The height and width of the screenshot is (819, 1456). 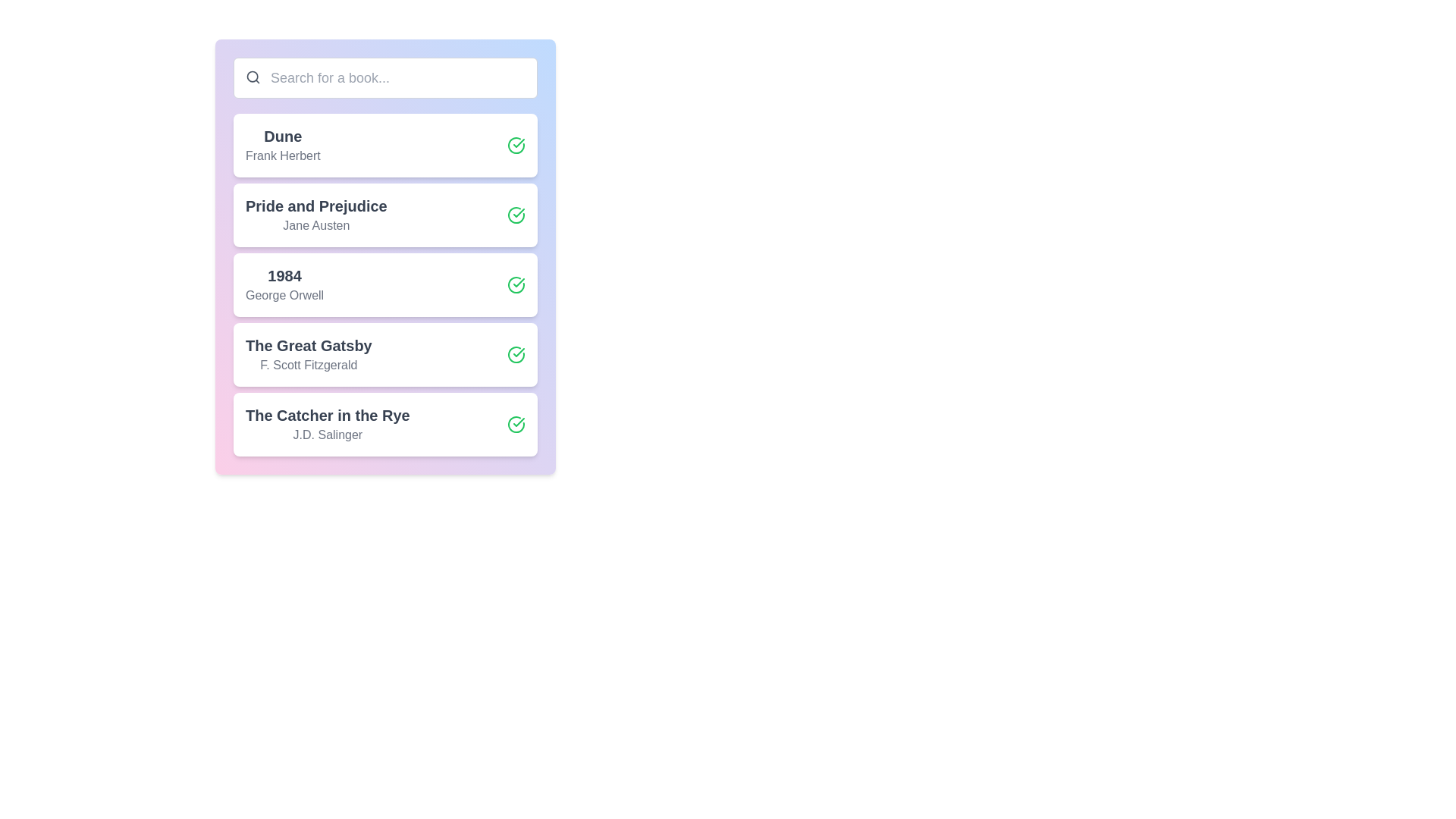 What do you see at coordinates (284, 295) in the screenshot?
I see `the text display element showing the author's name 'George Orwell', which is located below the title '1984' in the third card of a vertically-aligned list of books` at bounding box center [284, 295].